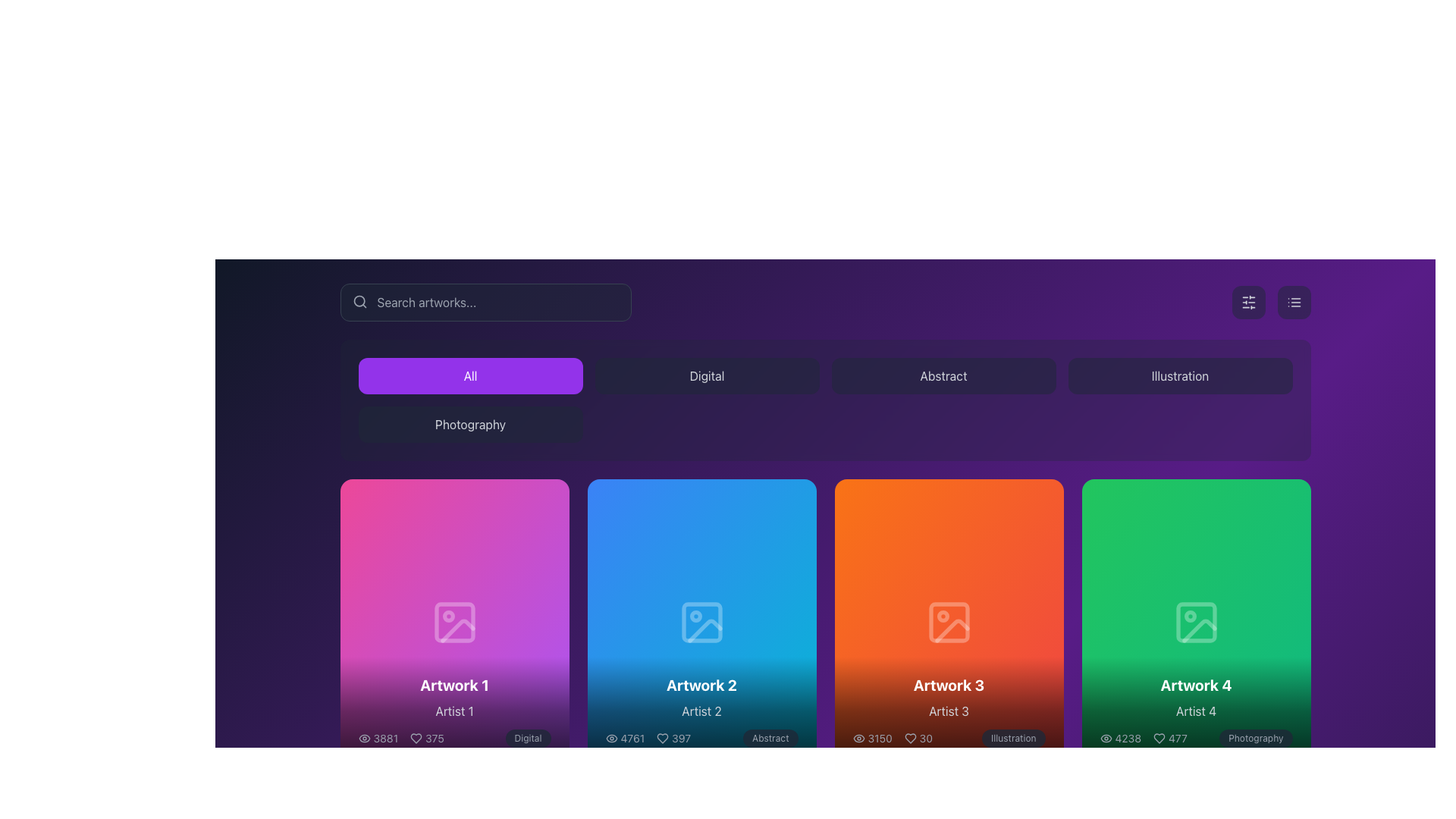  Describe the element at coordinates (453, 622) in the screenshot. I see `the metrics of the first artwork display card located at the top-left corner of the grid to get more information` at that location.